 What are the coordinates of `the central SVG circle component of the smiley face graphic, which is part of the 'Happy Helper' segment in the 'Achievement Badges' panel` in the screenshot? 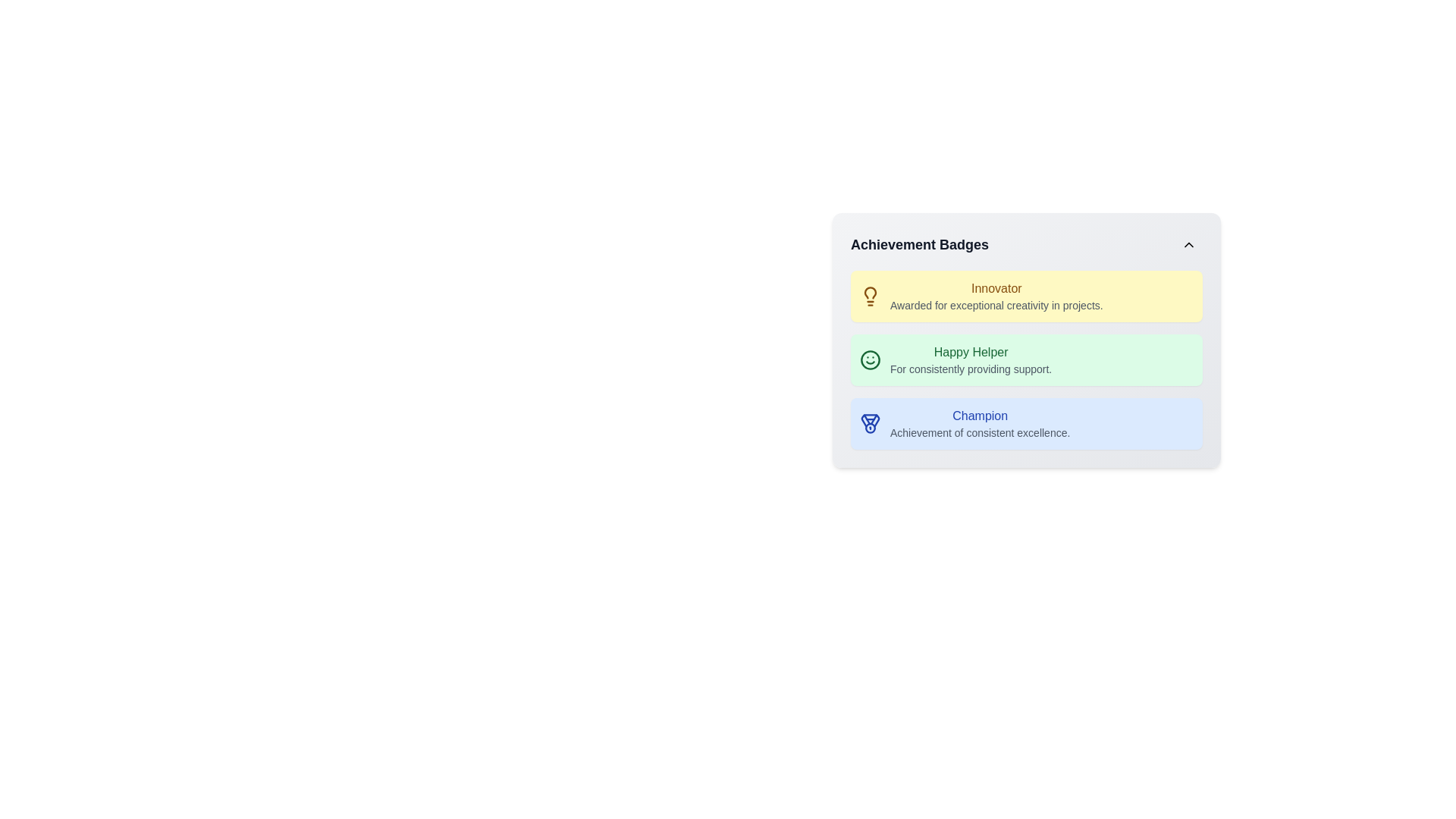 It's located at (870, 359).